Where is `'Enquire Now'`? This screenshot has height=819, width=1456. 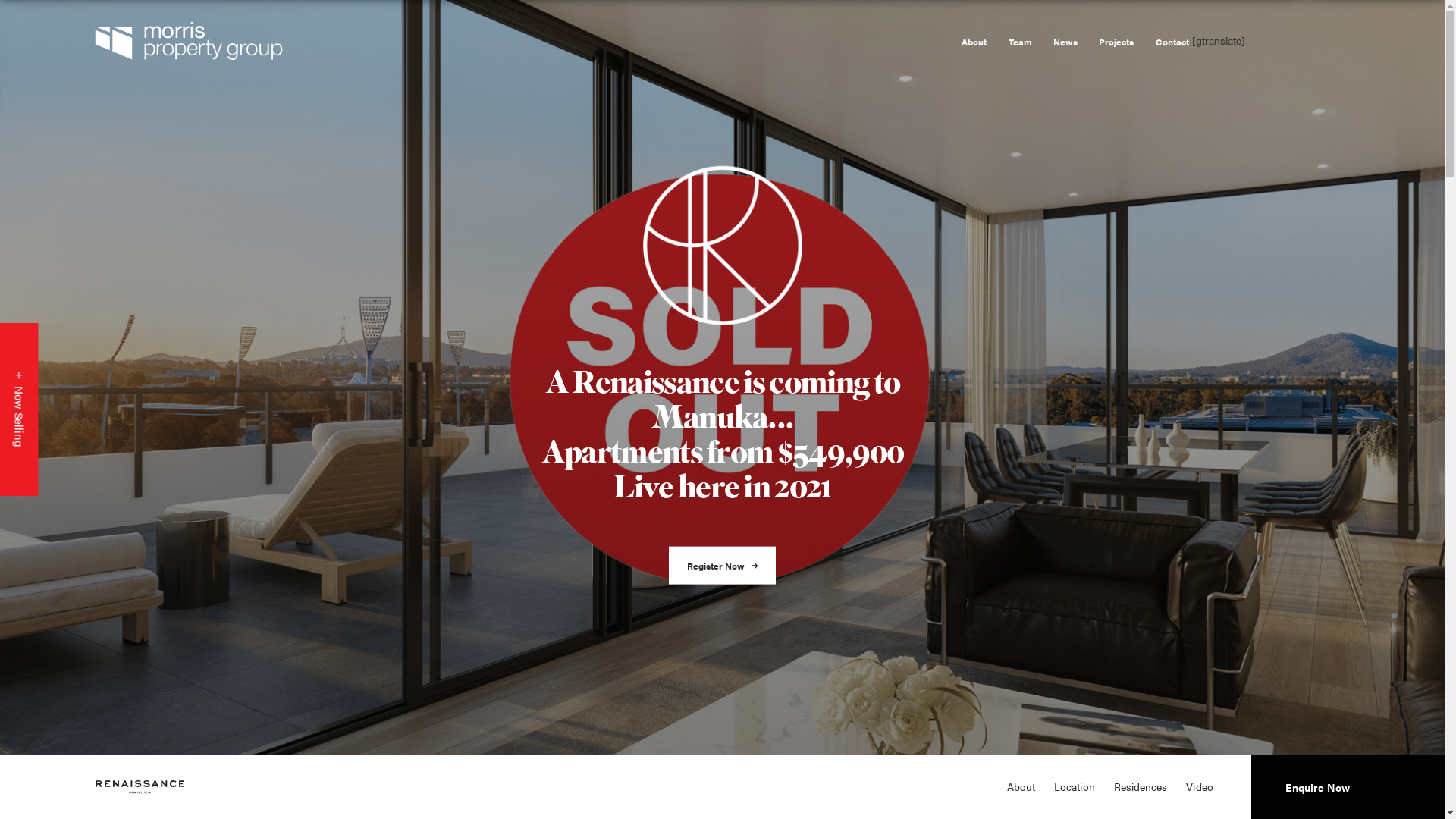
'Enquire Now' is located at coordinates (1316, 786).